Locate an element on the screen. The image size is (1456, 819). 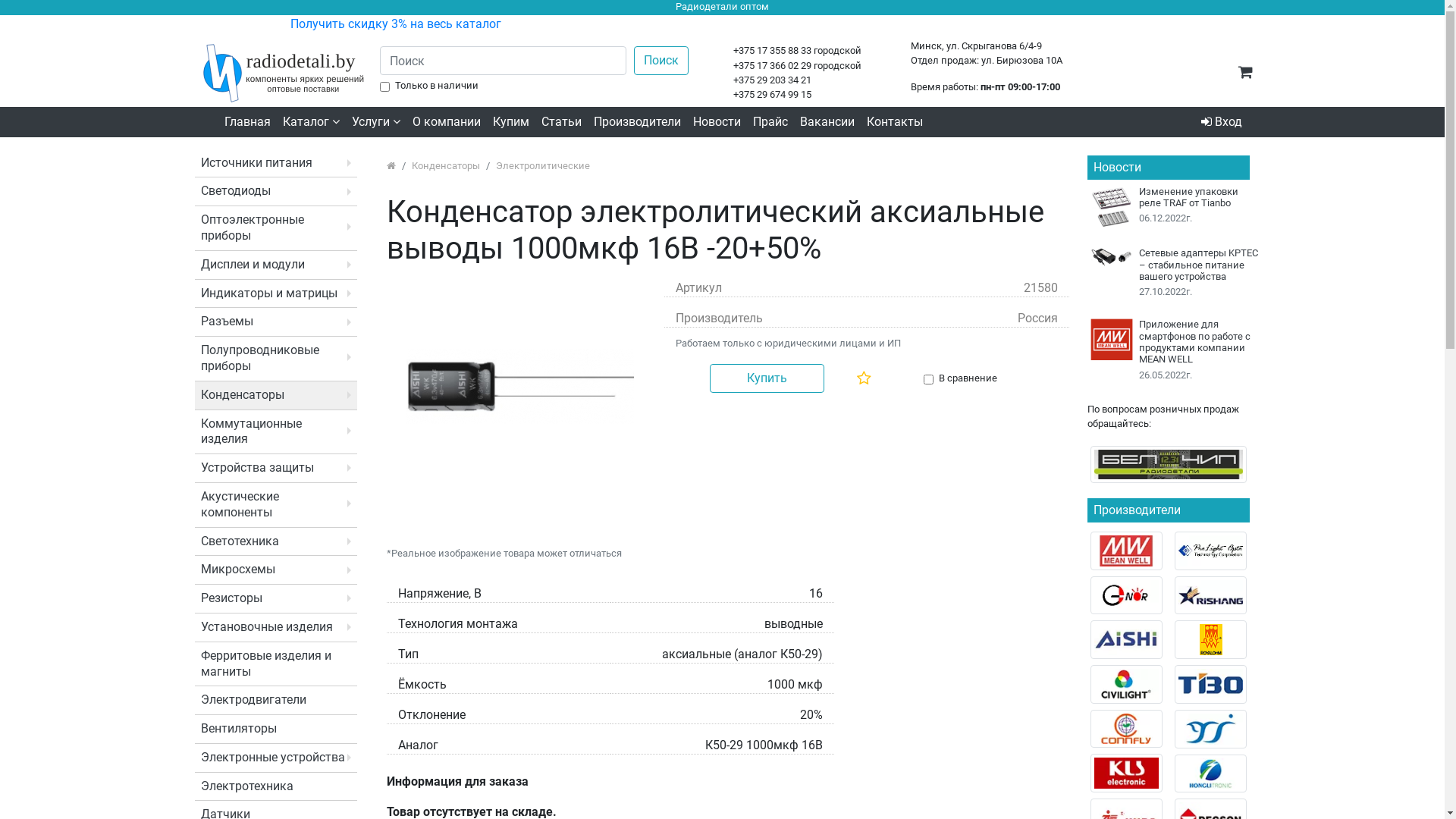
'+375 17 366 02 29' is located at coordinates (772, 64).